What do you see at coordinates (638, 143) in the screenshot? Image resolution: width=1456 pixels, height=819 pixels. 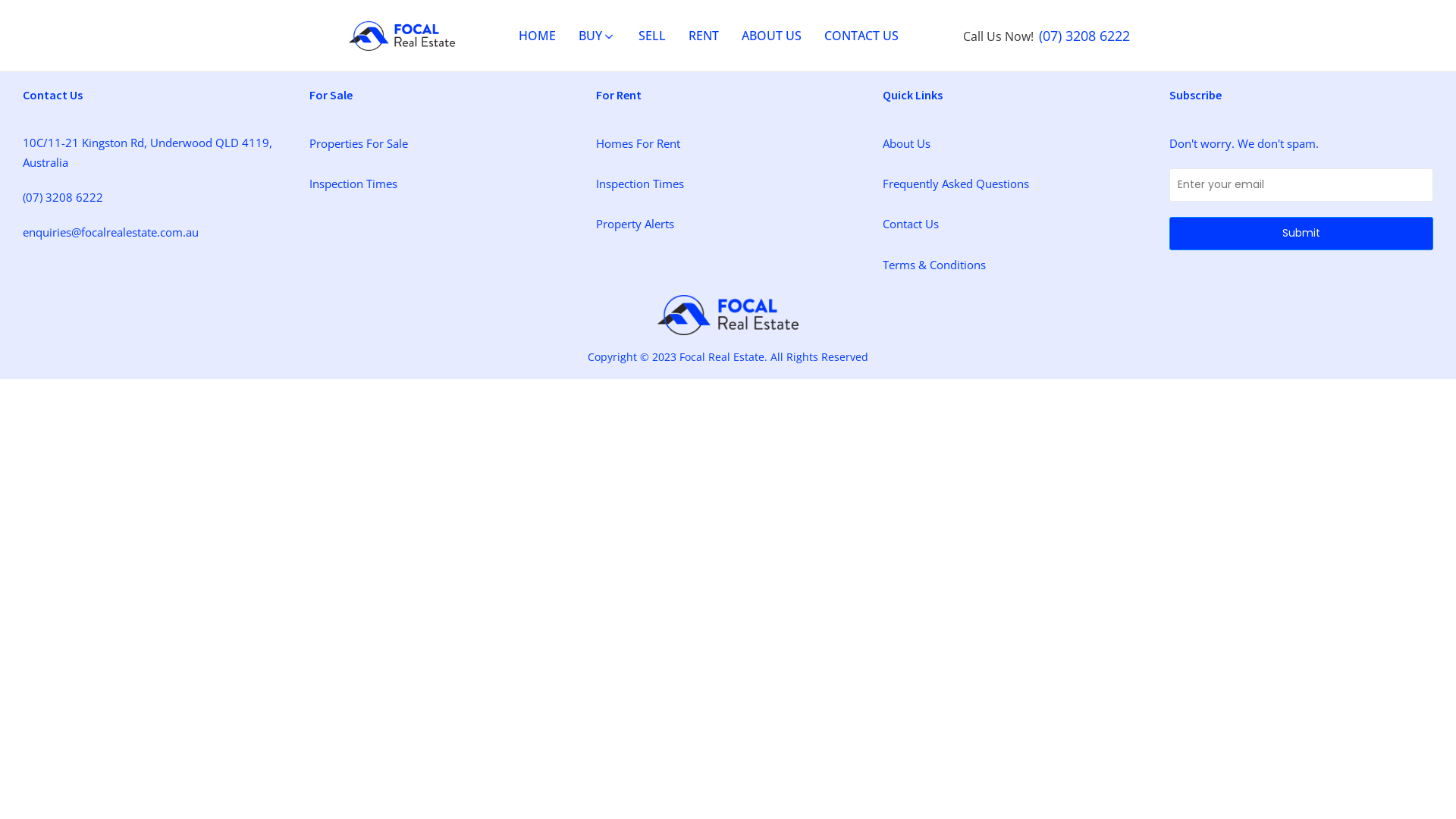 I see `'Homes For Rent'` at bounding box center [638, 143].